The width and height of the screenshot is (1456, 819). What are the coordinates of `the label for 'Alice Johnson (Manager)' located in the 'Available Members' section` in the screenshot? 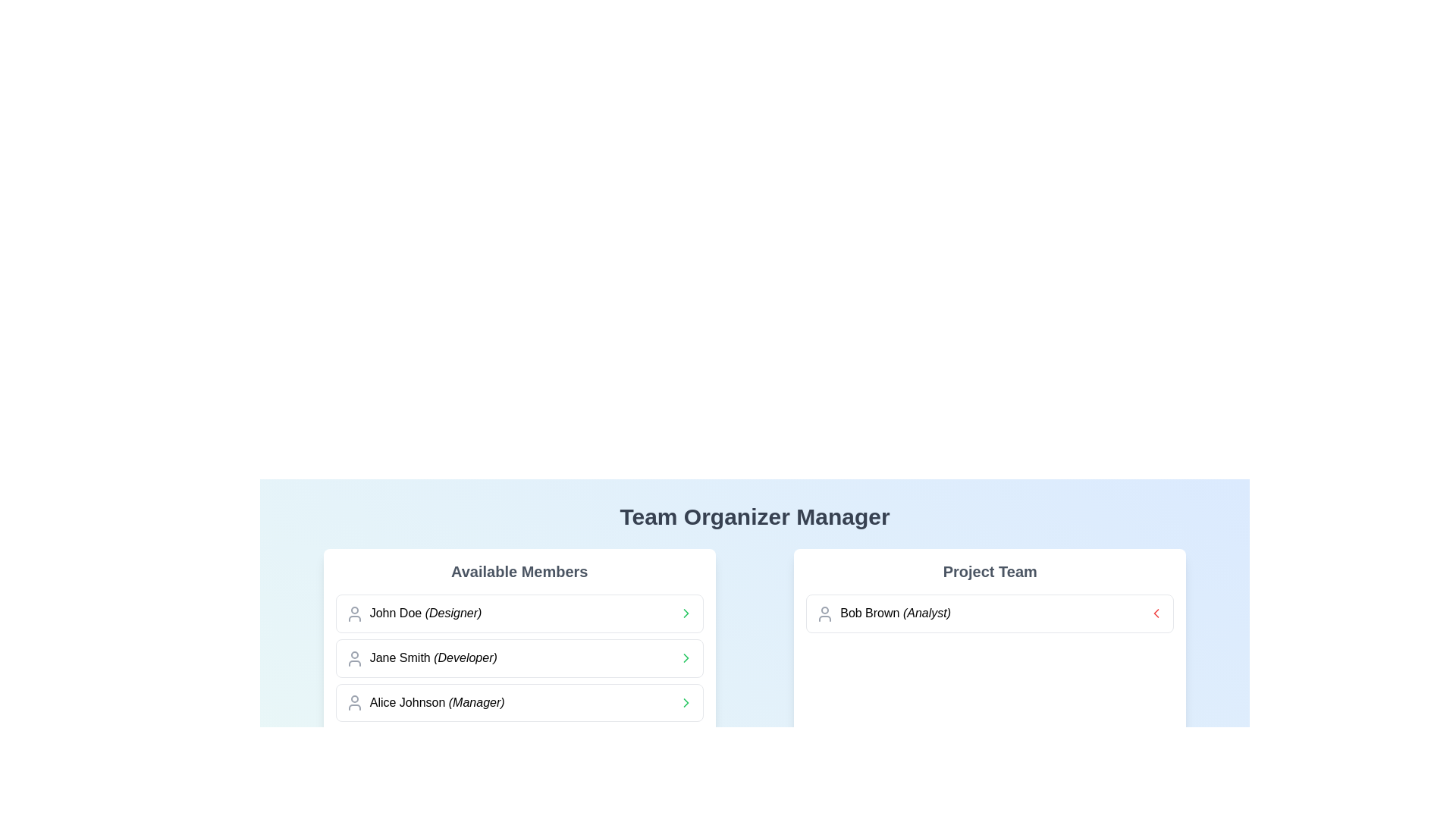 It's located at (475, 701).